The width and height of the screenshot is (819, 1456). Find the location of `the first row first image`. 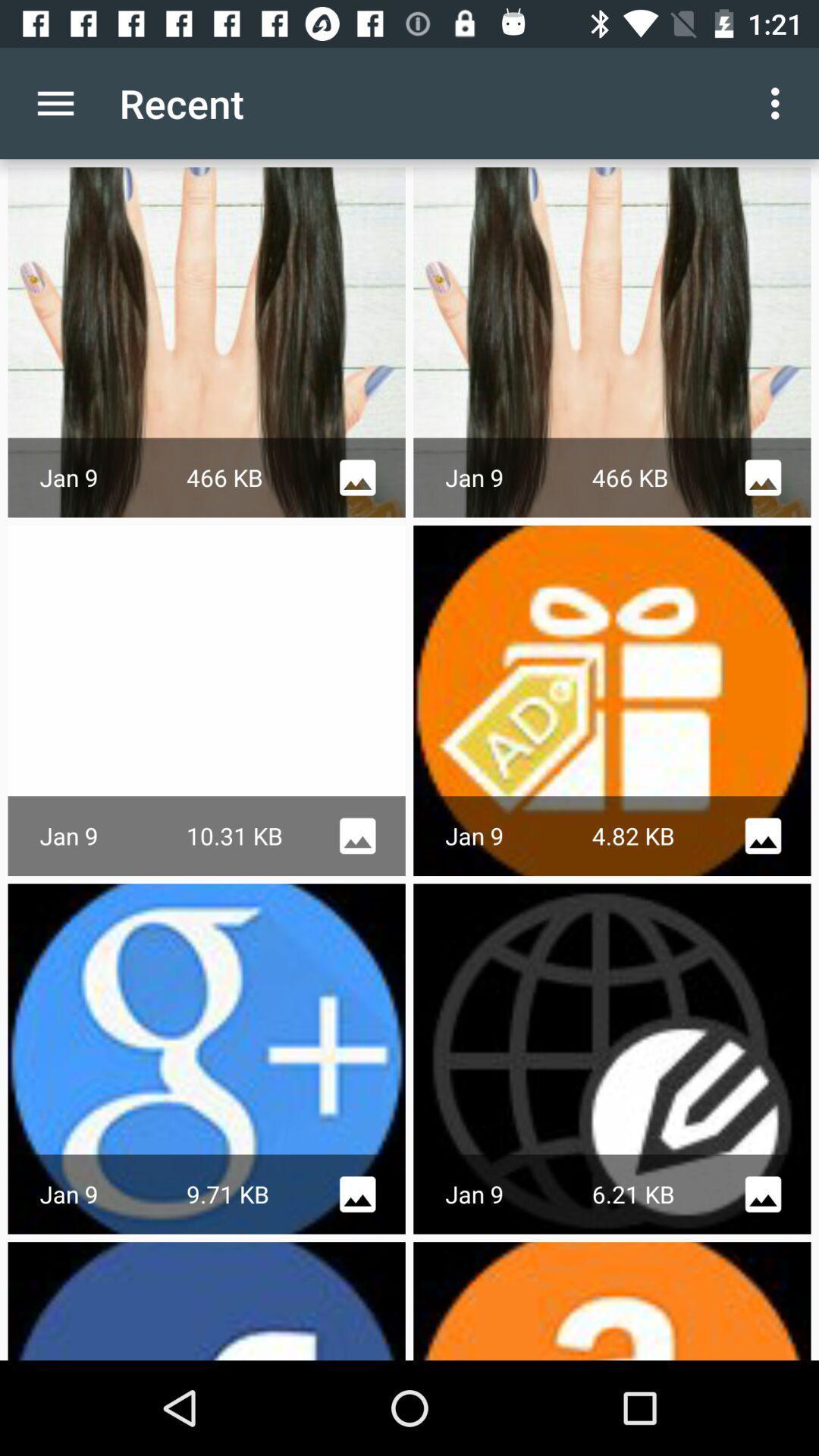

the first row first image is located at coordinates (207, 303).